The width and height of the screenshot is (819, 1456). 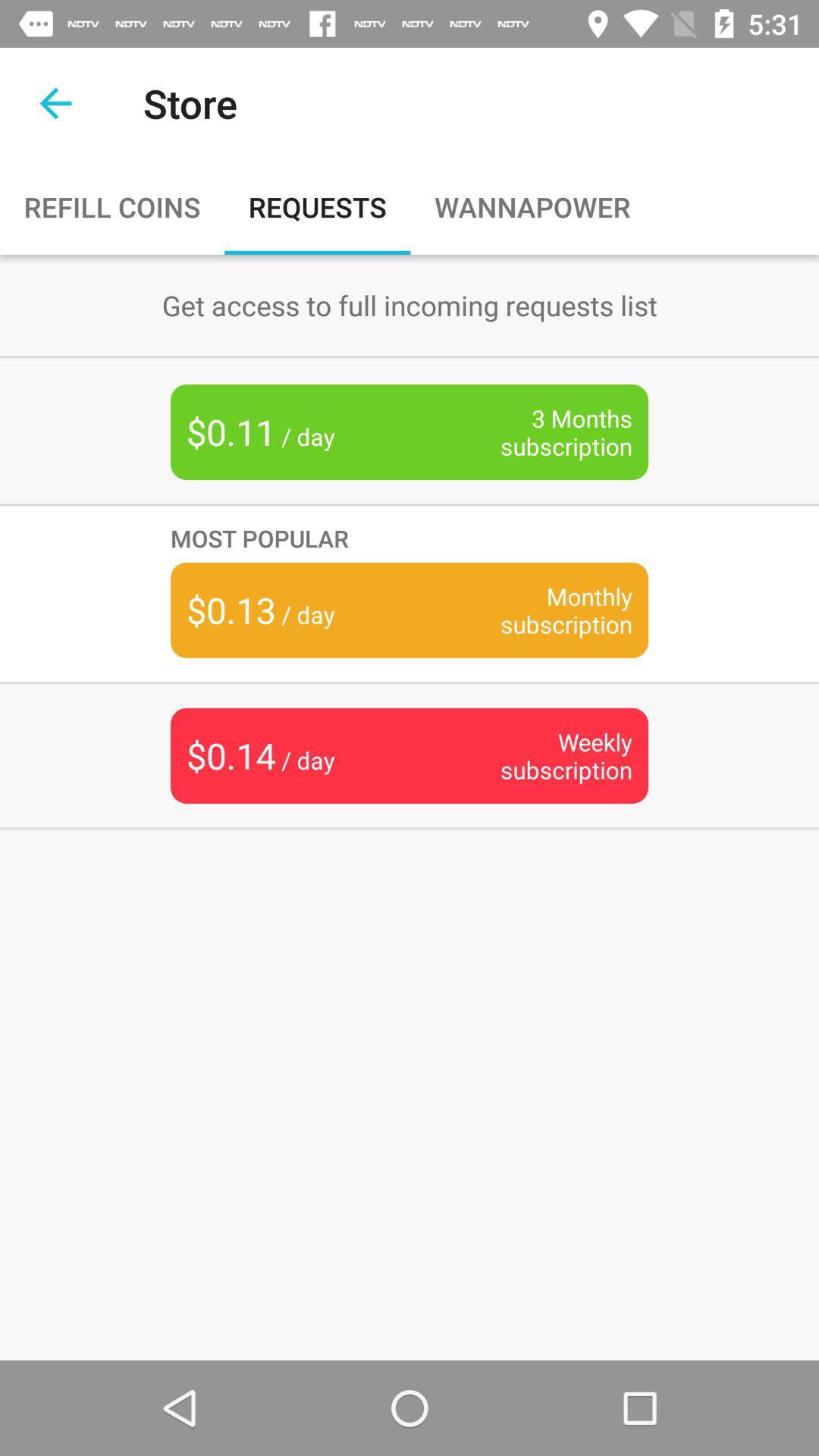 I want to click on the item next to the $0.14 / day, so click(x=542, y=755).